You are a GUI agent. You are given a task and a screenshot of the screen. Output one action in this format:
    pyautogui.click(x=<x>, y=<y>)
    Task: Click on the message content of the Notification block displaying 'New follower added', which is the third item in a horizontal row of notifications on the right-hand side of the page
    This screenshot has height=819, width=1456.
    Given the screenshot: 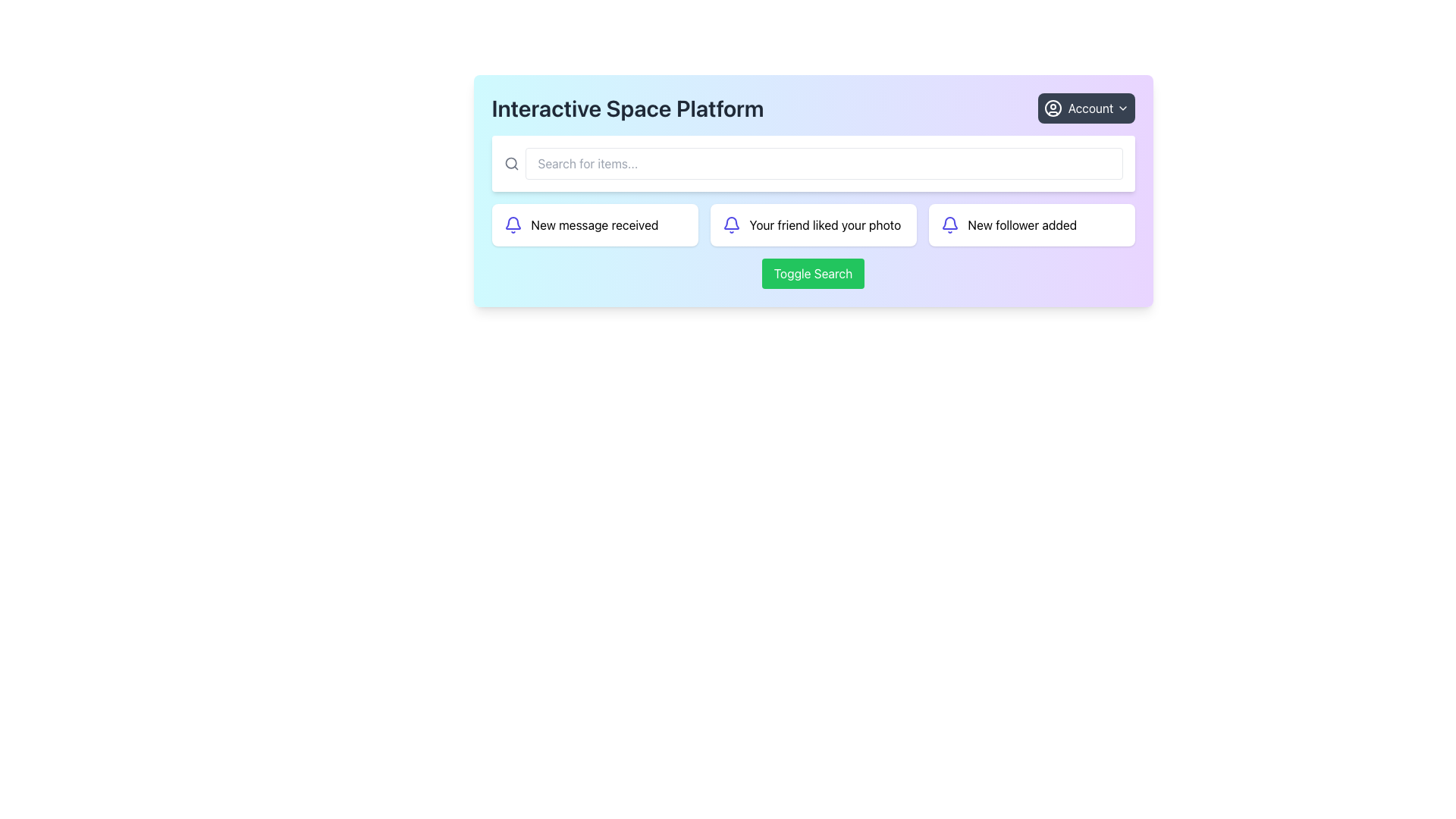 What is the action you would take?
    pyautogui.click(x=1031, y=225)
    